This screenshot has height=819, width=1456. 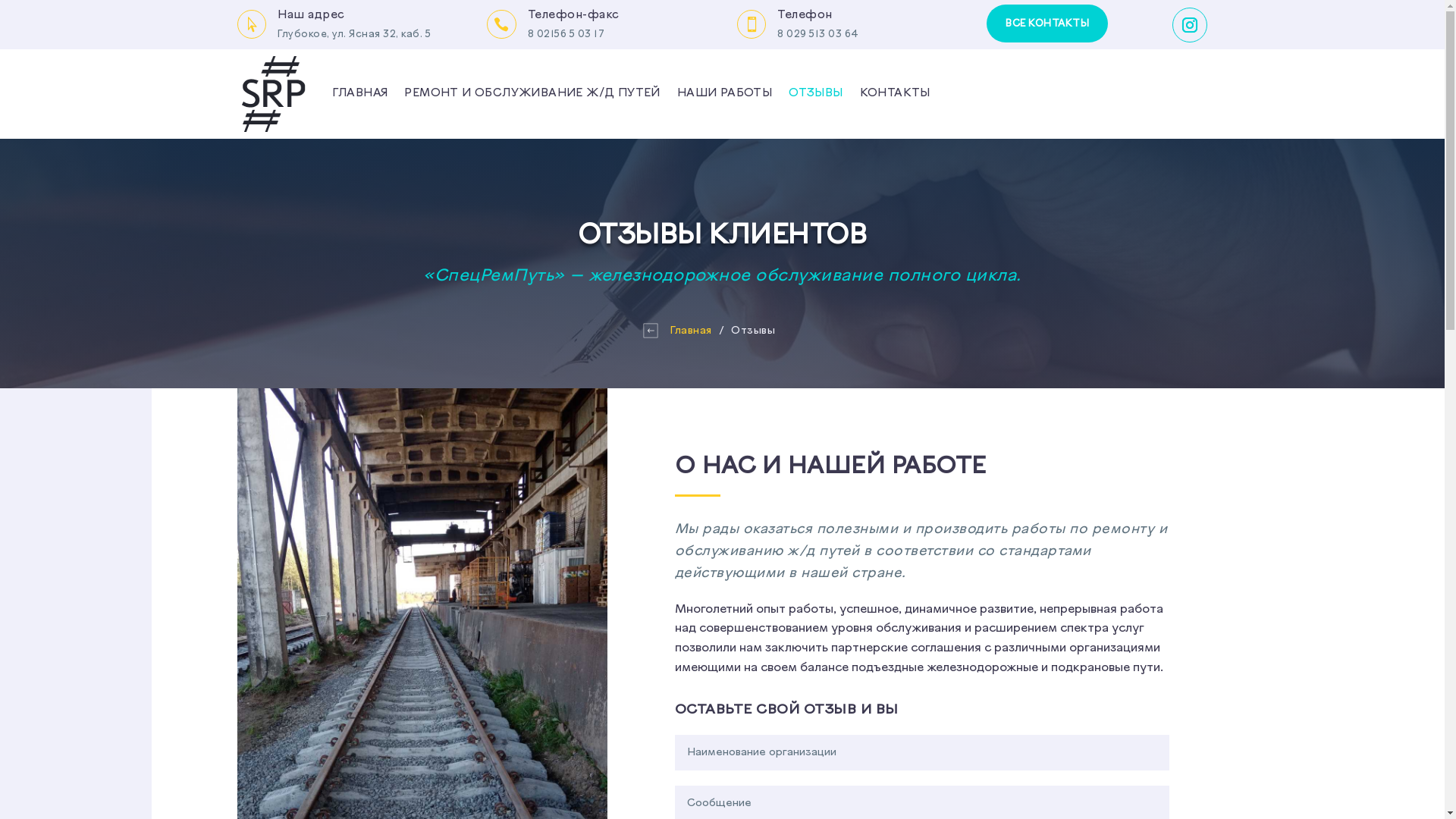 What do you see at coordinates (817, 34) in the screenshot?
I see `'8 029 513 03 64'` at bounding box center [817, 34].